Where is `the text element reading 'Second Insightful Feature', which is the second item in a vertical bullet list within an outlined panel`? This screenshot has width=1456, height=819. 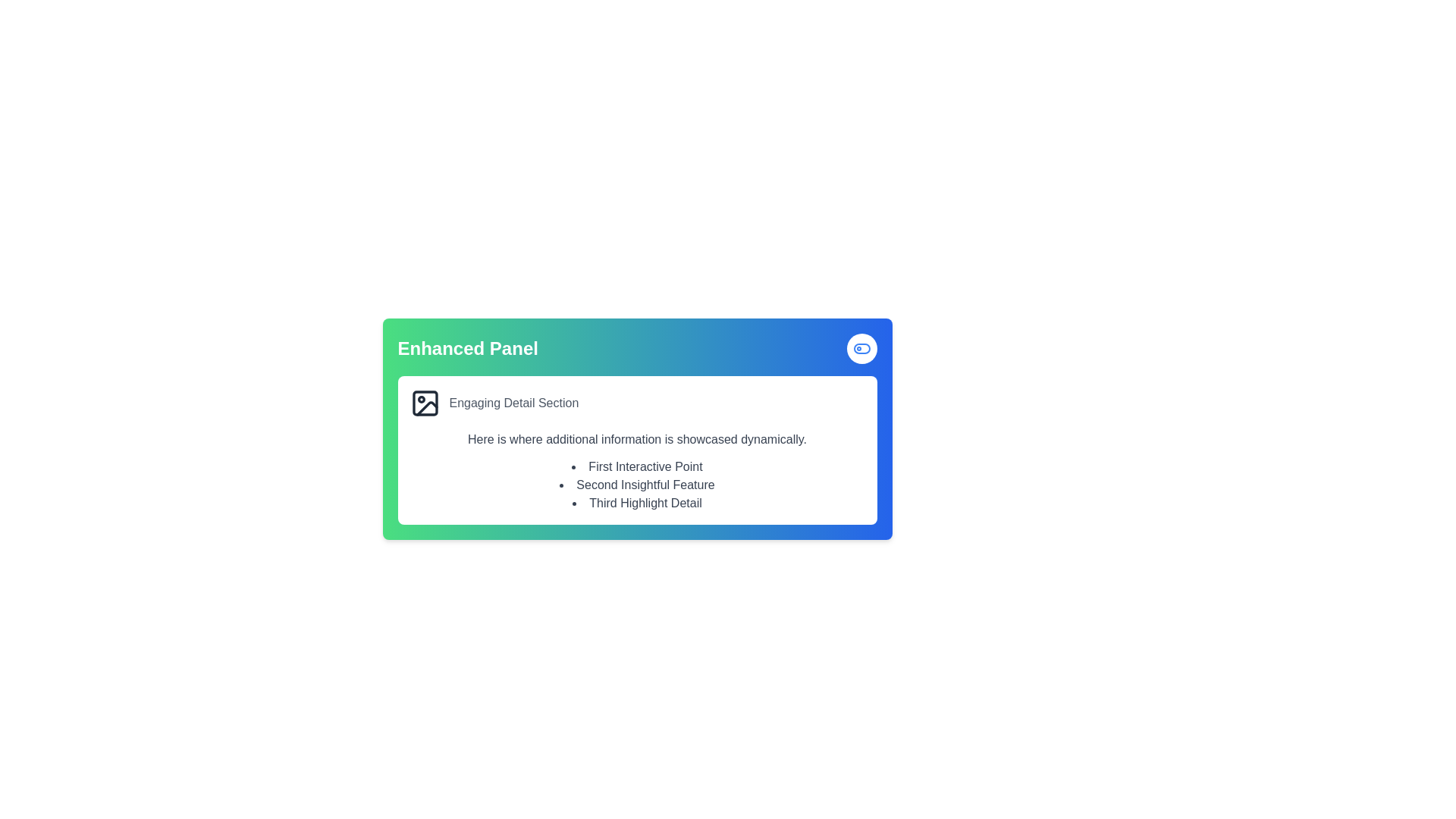
the text element reading 'Second Insightful Feature', which is the second item in a vertical bullet list within an outlined panel is located at coordinates (637, 485).